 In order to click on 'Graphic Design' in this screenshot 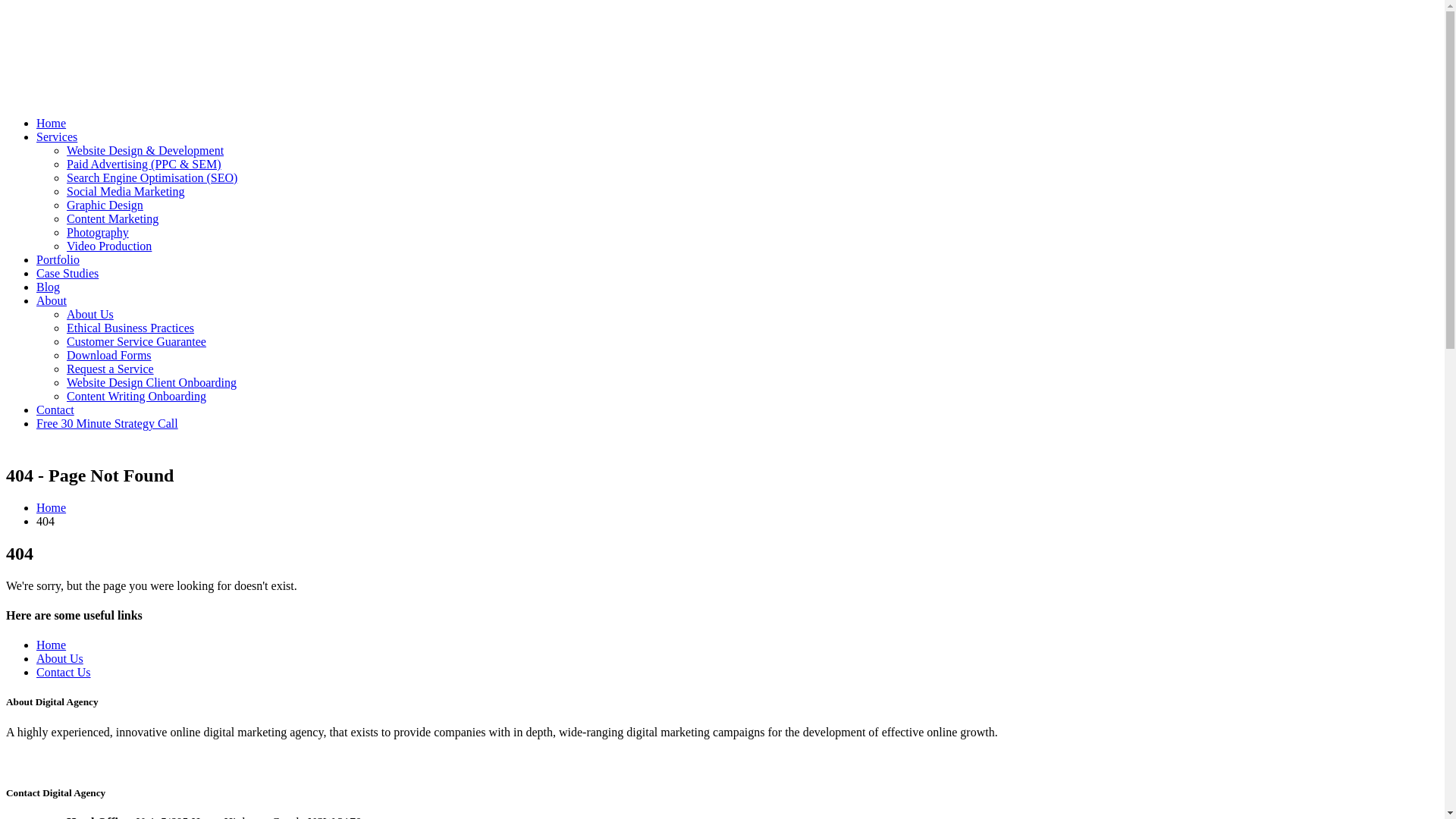, I will do `click(65, 205)`.